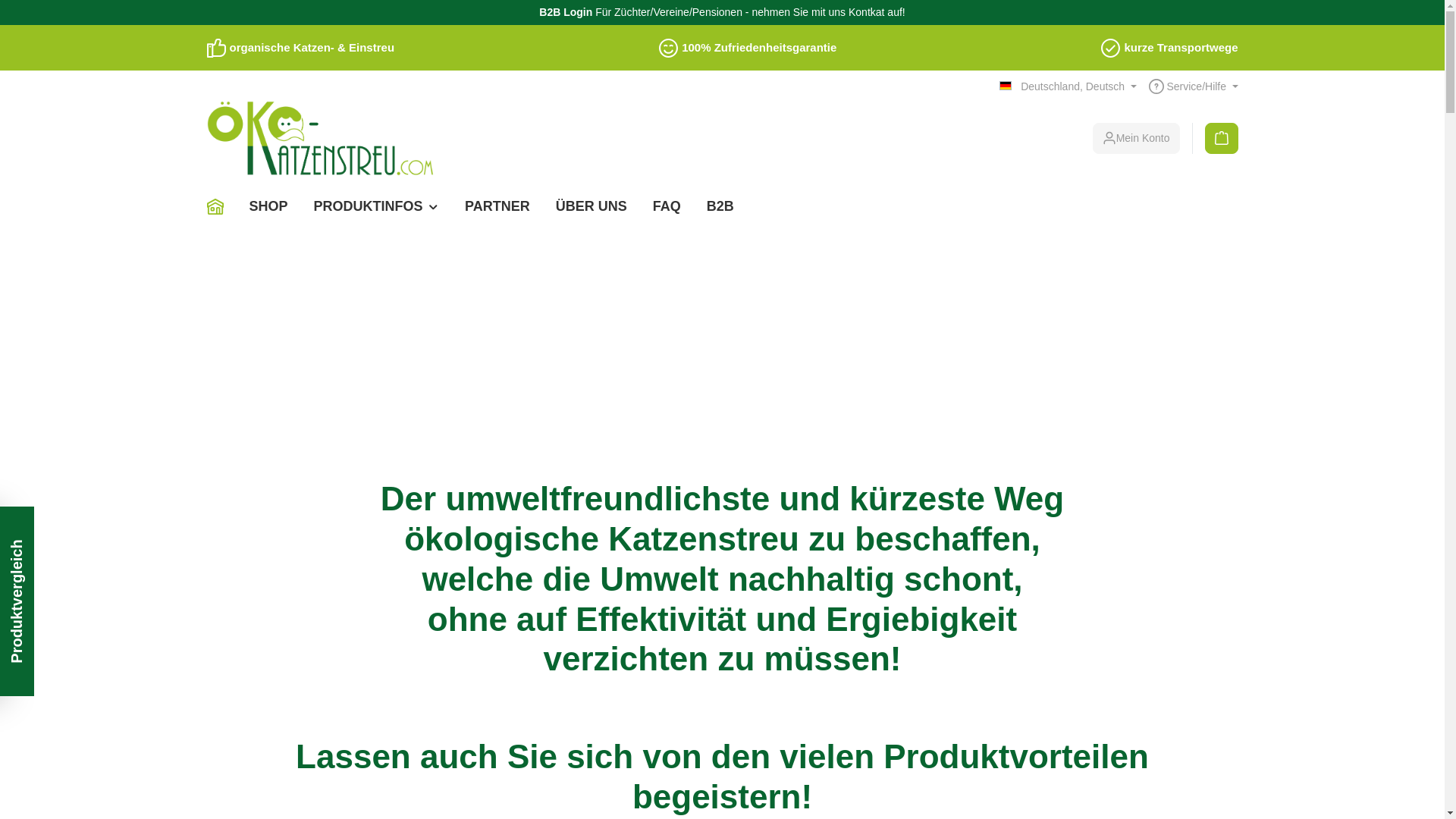 This screenshot has height=819, width=1456. What do you see at coordinates (667, 206) in the screenshot?
I see `'FAQ'` at bounding box center [667, 206].